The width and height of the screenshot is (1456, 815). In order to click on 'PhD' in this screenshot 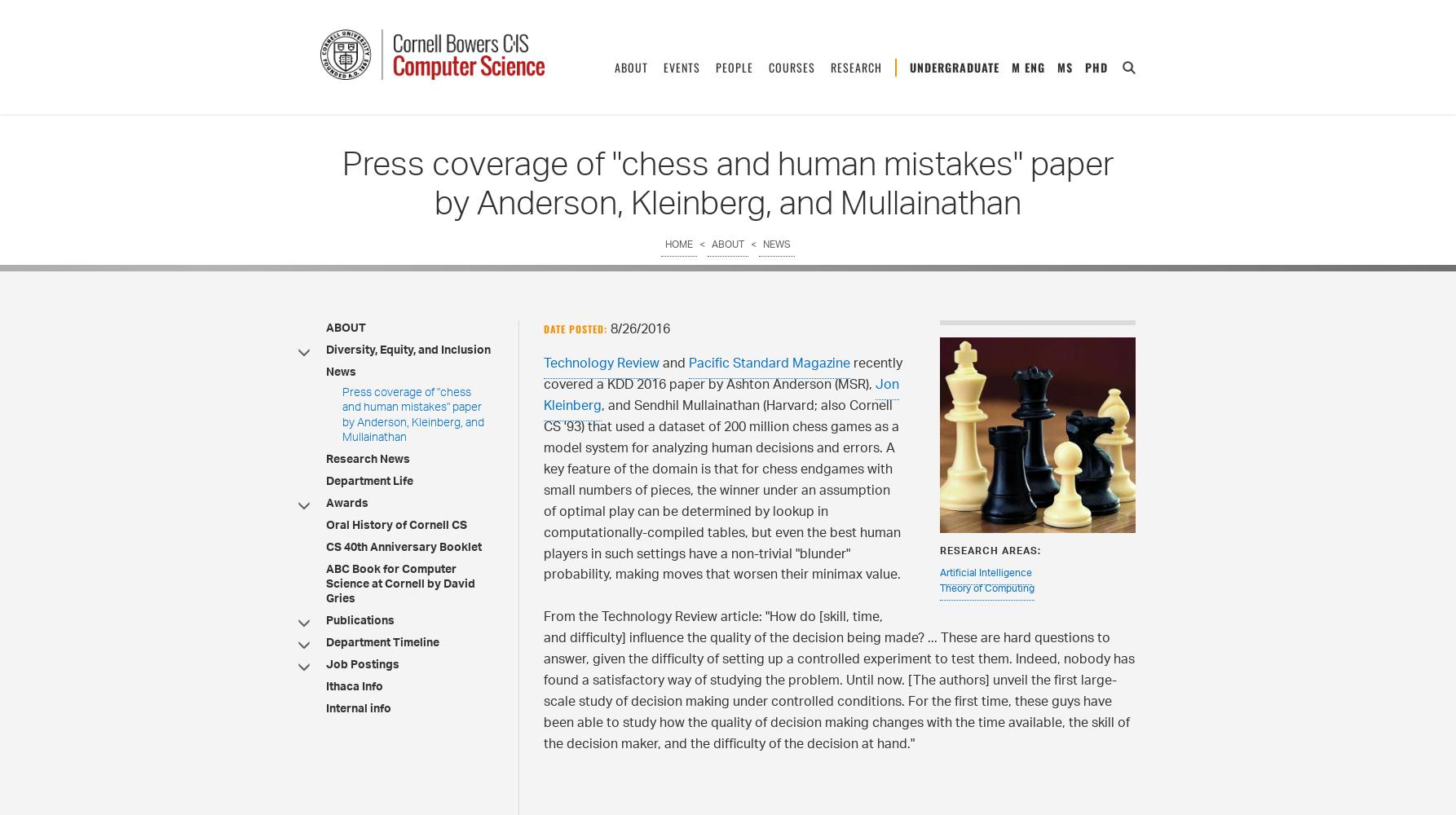, I will do `click(1096, 66)`.